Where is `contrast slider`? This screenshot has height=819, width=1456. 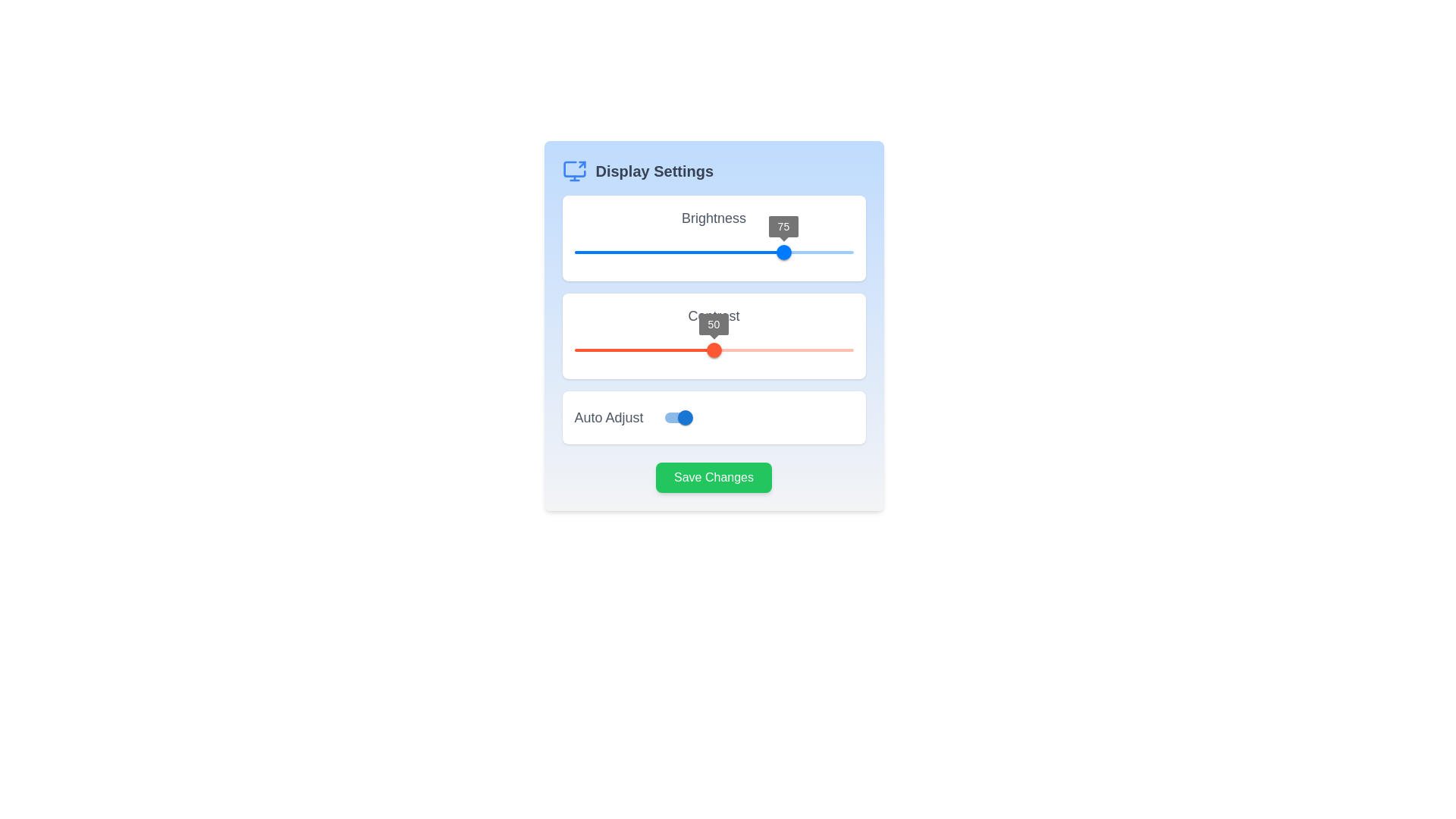
contrast slider is located at coordinates (647, 350).